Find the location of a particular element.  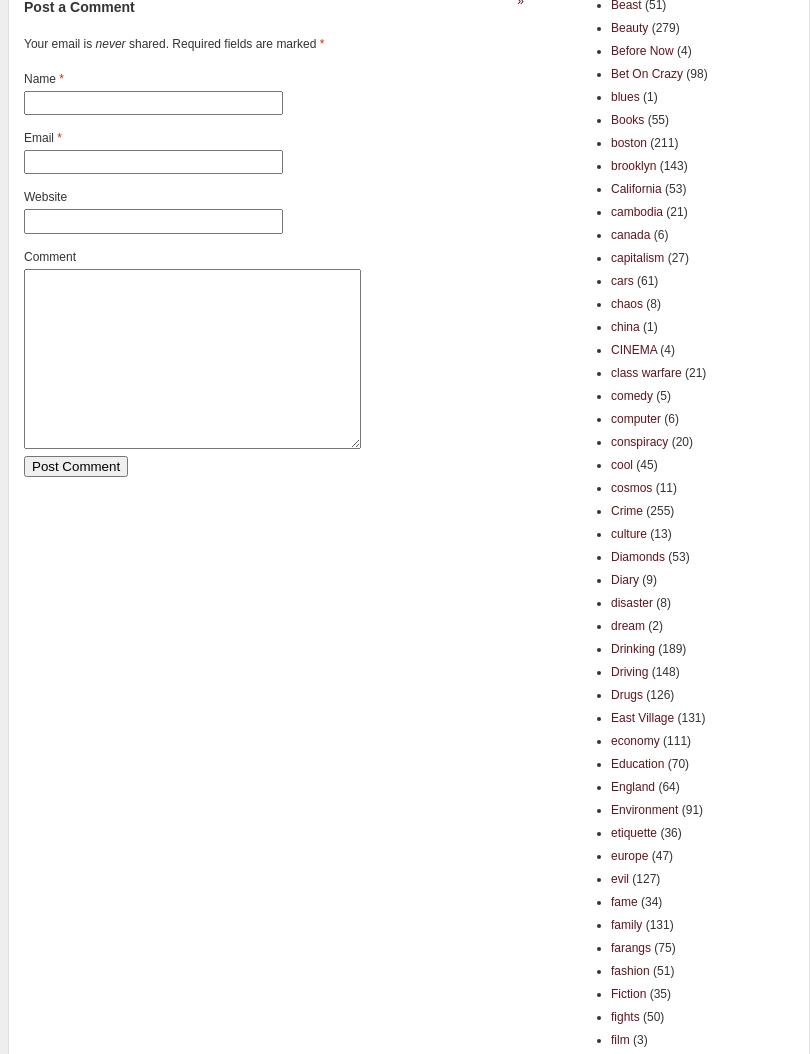

'(255)' is located at coordinates (657, 509).